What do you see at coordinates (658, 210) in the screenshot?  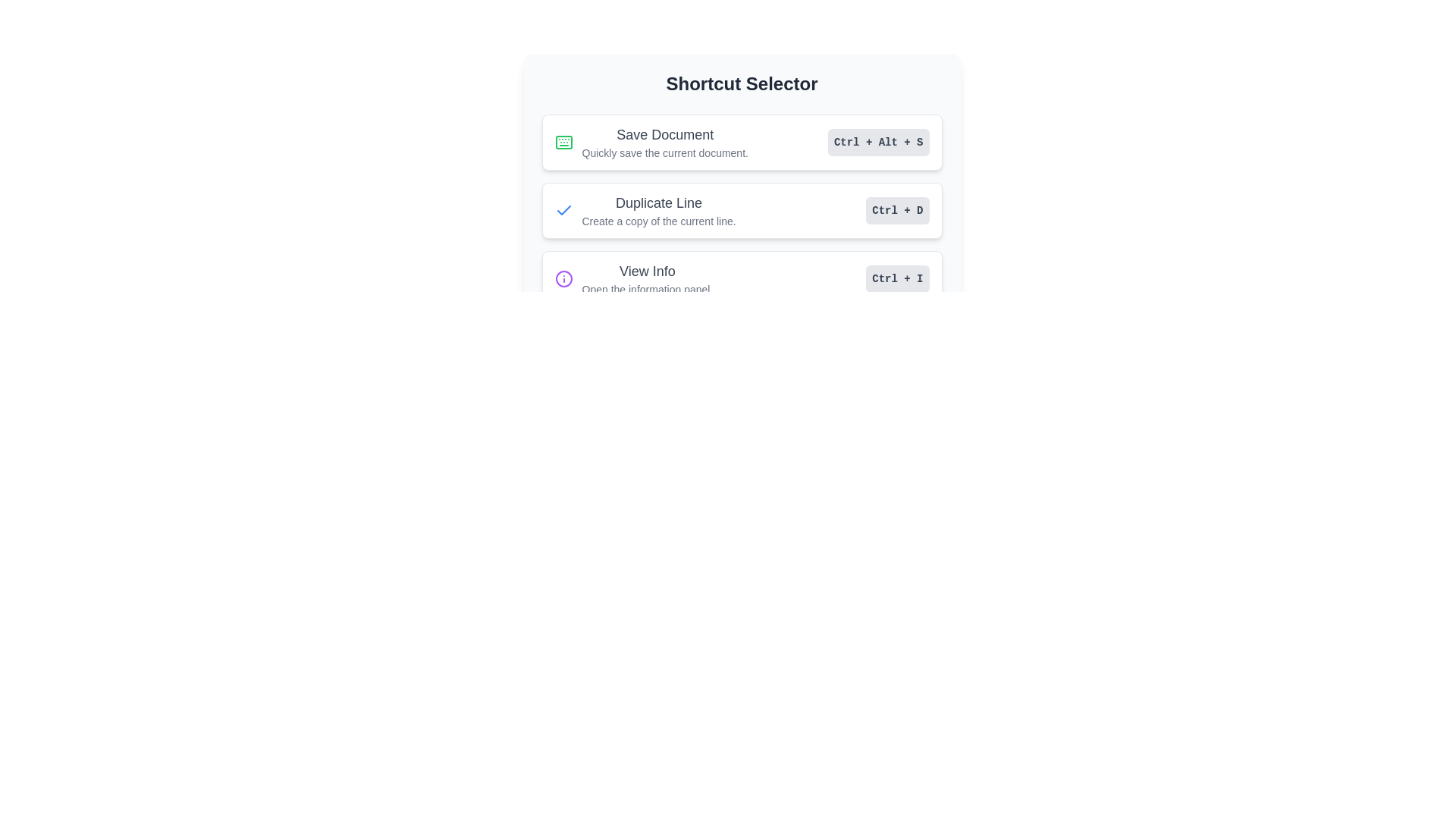 I see `text content of the label that states 'Duplicate Line' with the subtitle 'Create a copy of the current line.' This label is located in the middle panel, below 'Save Document' and above 'View Info.'` at bounding box center [658, 210].